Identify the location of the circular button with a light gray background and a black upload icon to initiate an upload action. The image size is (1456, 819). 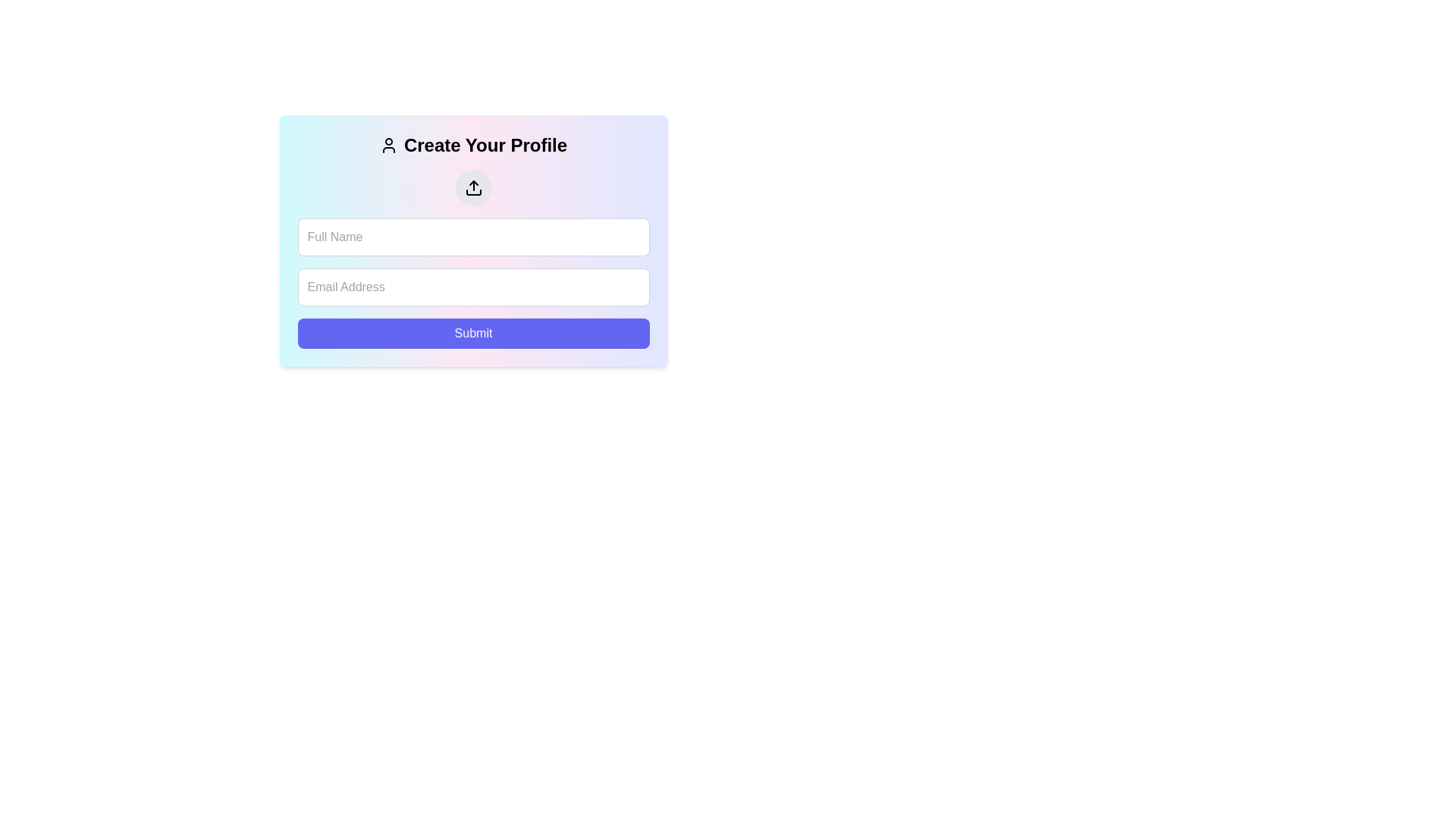
(472, 187).